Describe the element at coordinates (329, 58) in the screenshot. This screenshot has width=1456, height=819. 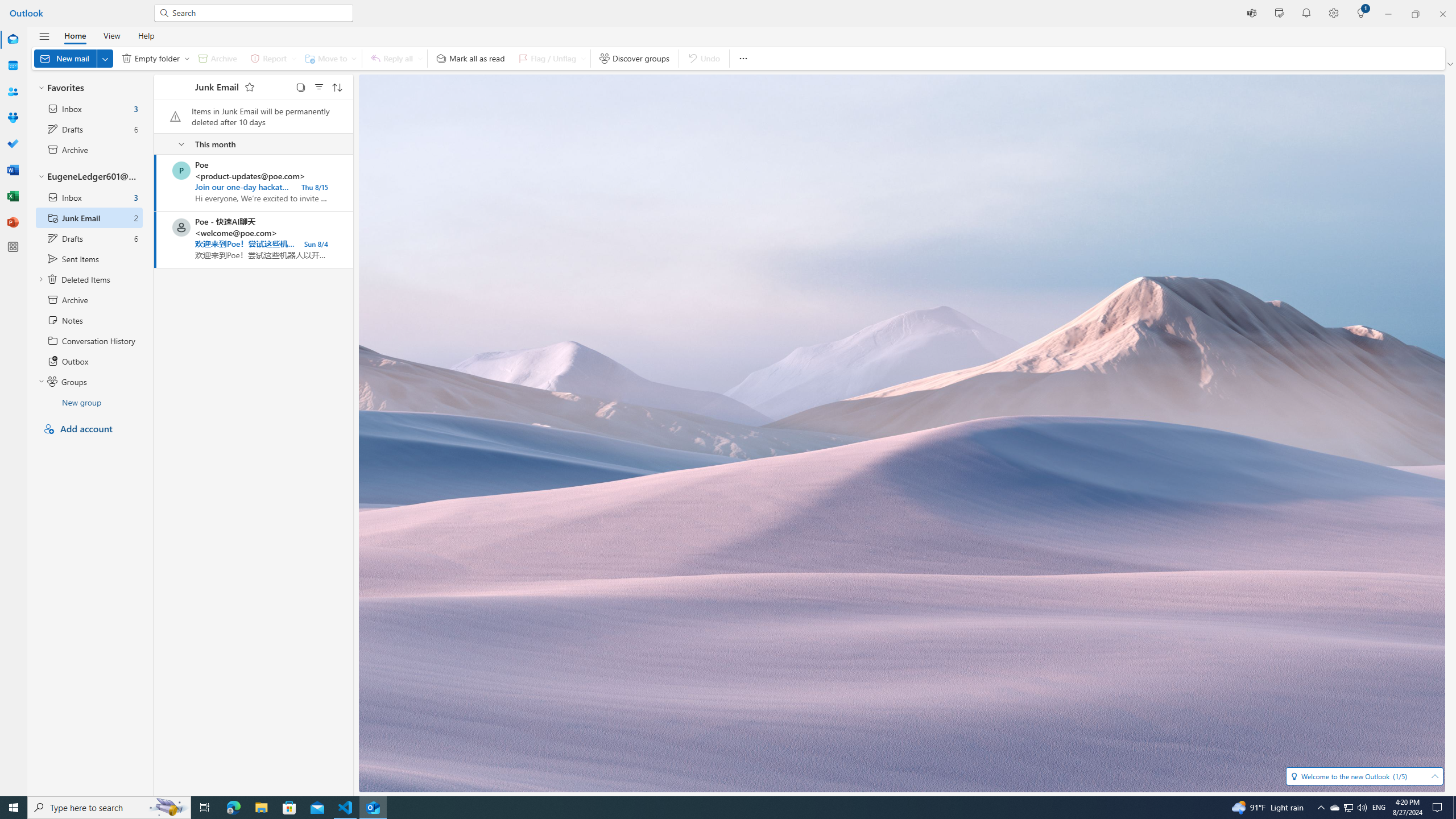
I see `'Move to'` at that location.